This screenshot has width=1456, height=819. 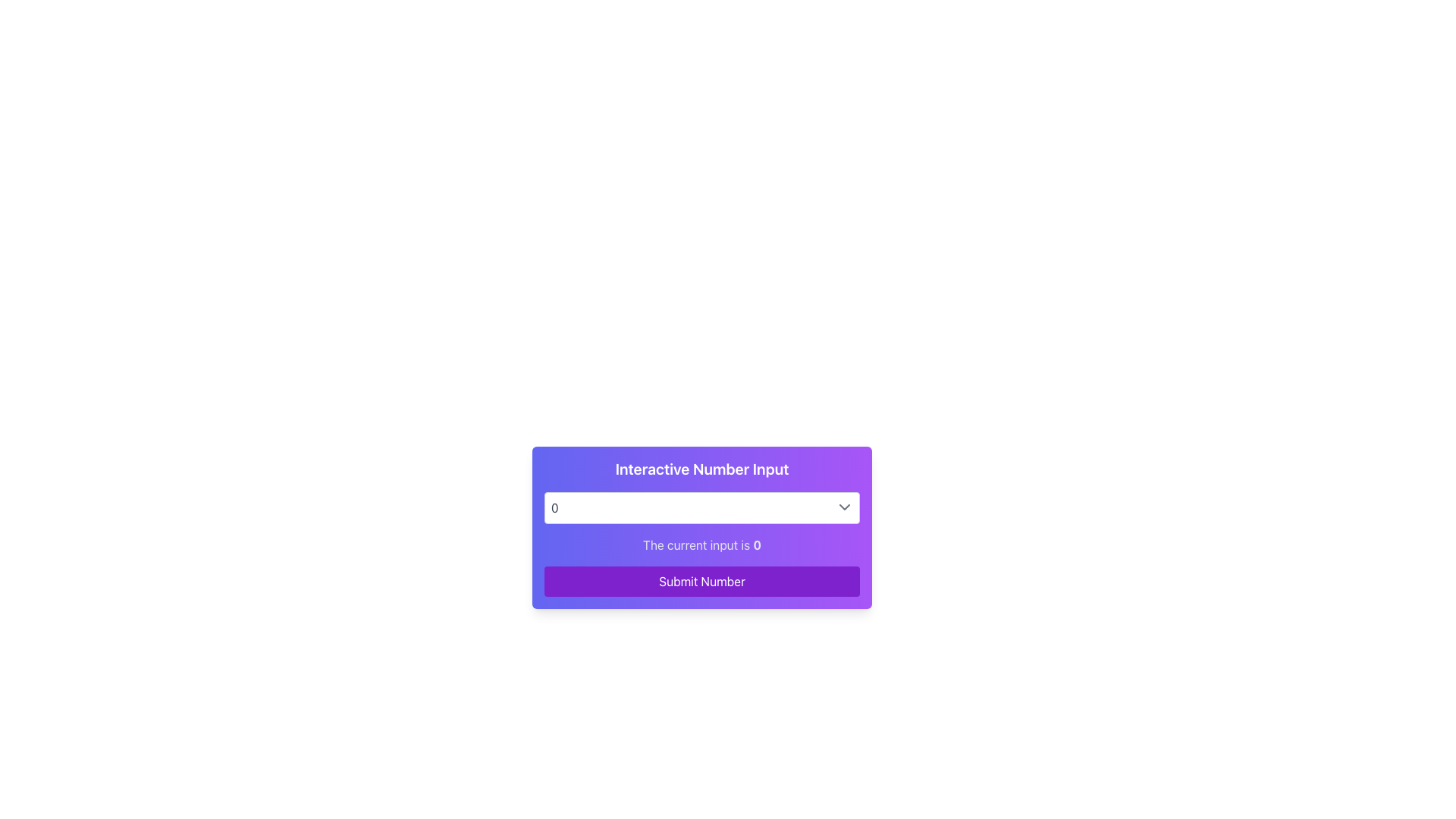 What do you see at coordinates (843, 507) in the screenshot?
I see `the downward-pointing chevron icon located at the top right corner of the white input field, which indicates dropdown functionality` at bounding box center [843, 507].